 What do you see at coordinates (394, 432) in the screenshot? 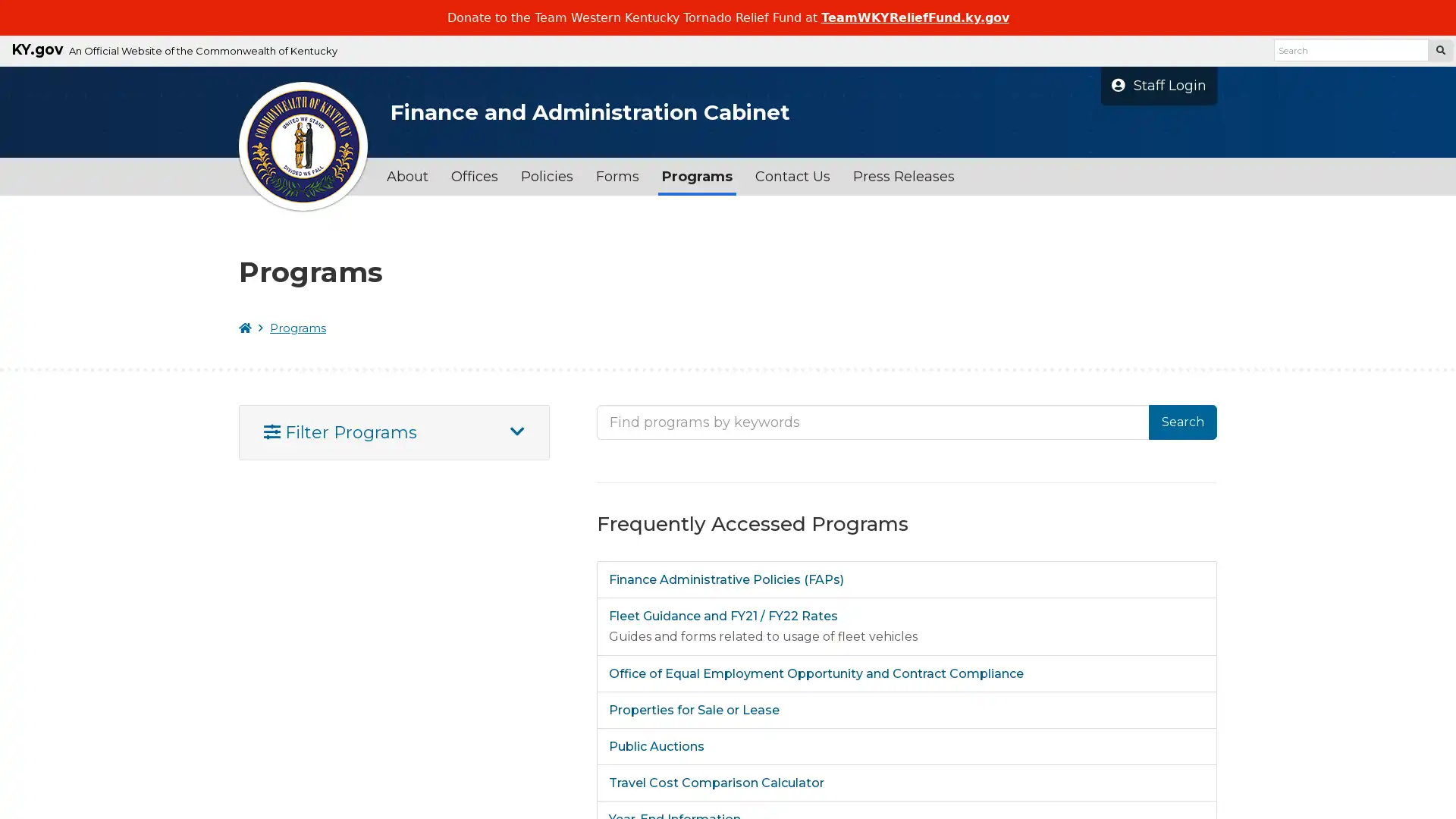
I see `Filter Programs Open And Close Filter Panel` at bounding box center [394, 432].